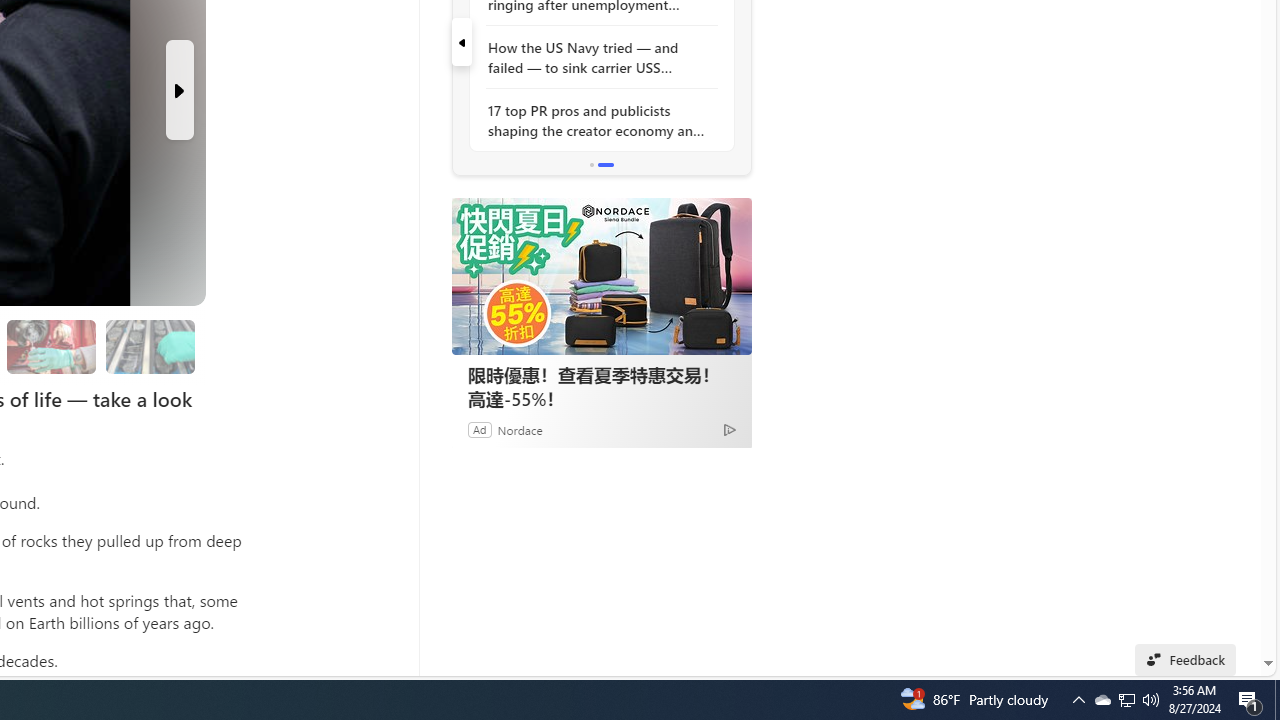 This screenshot has width=1280, height=720. I want to click on 'Researchers are still studying the samples', so click(148, 345).